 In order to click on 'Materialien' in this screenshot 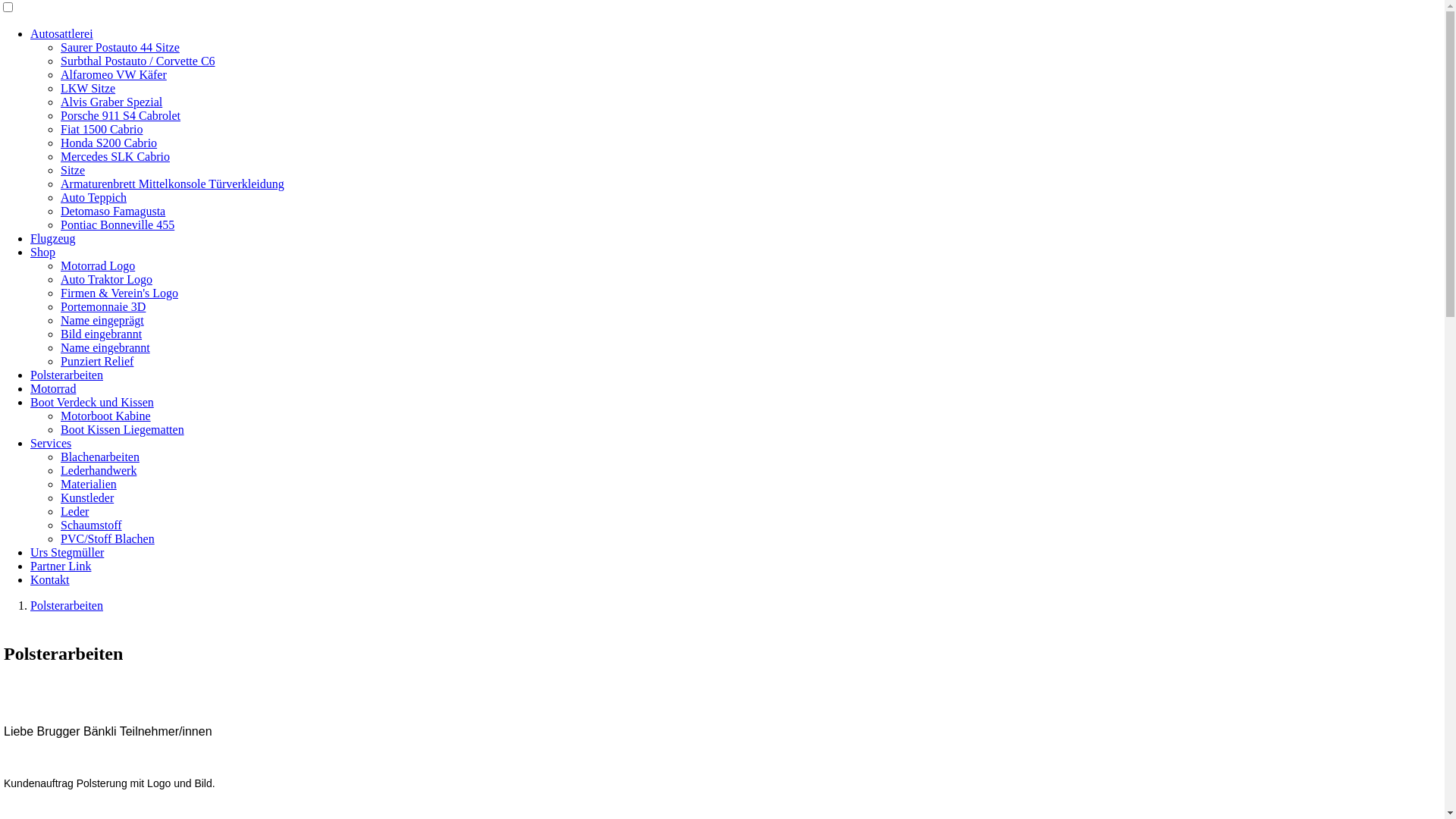, I will do `click(87, 484)`.